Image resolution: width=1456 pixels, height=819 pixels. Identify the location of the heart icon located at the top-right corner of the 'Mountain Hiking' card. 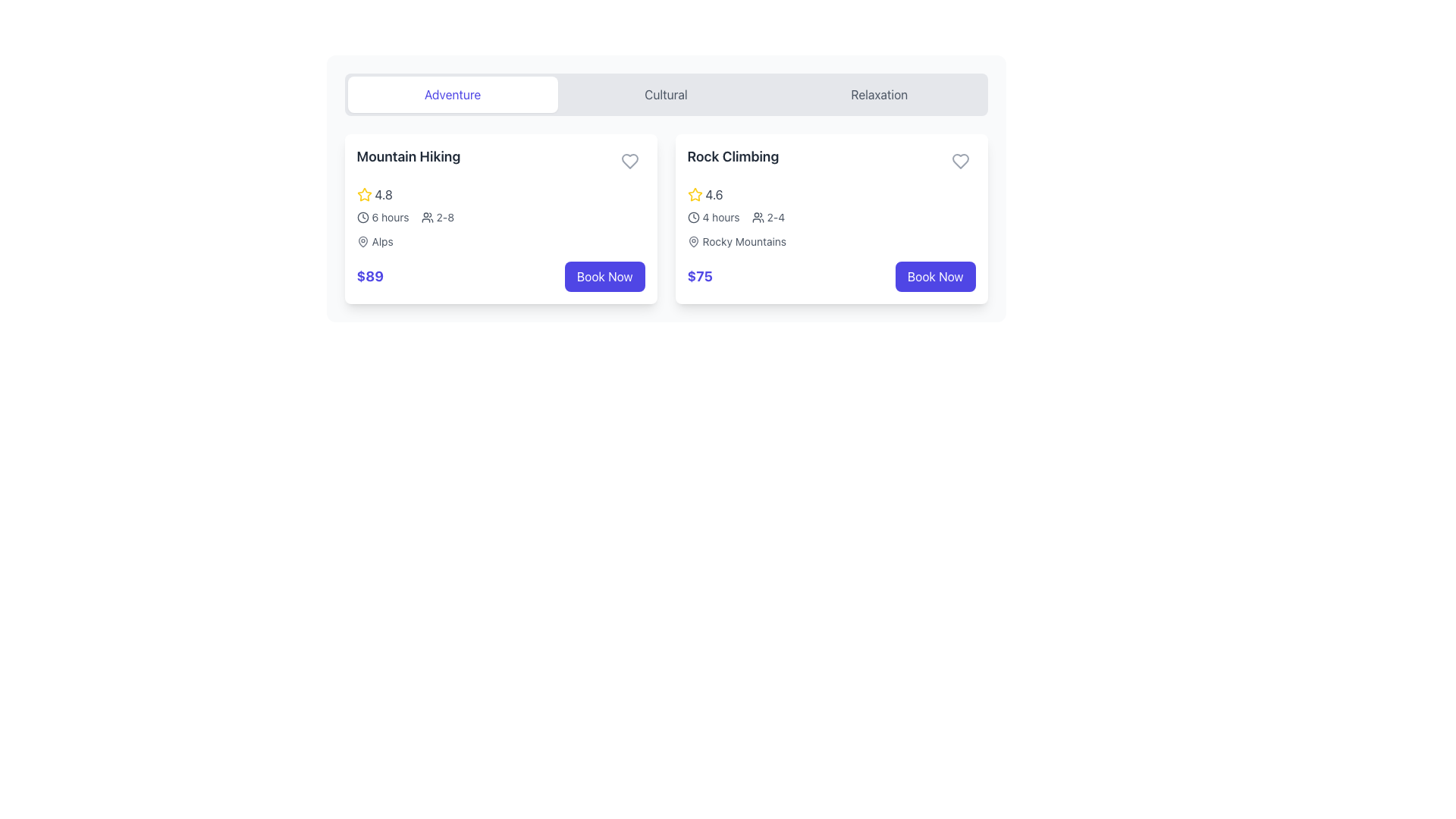
(629, 161).